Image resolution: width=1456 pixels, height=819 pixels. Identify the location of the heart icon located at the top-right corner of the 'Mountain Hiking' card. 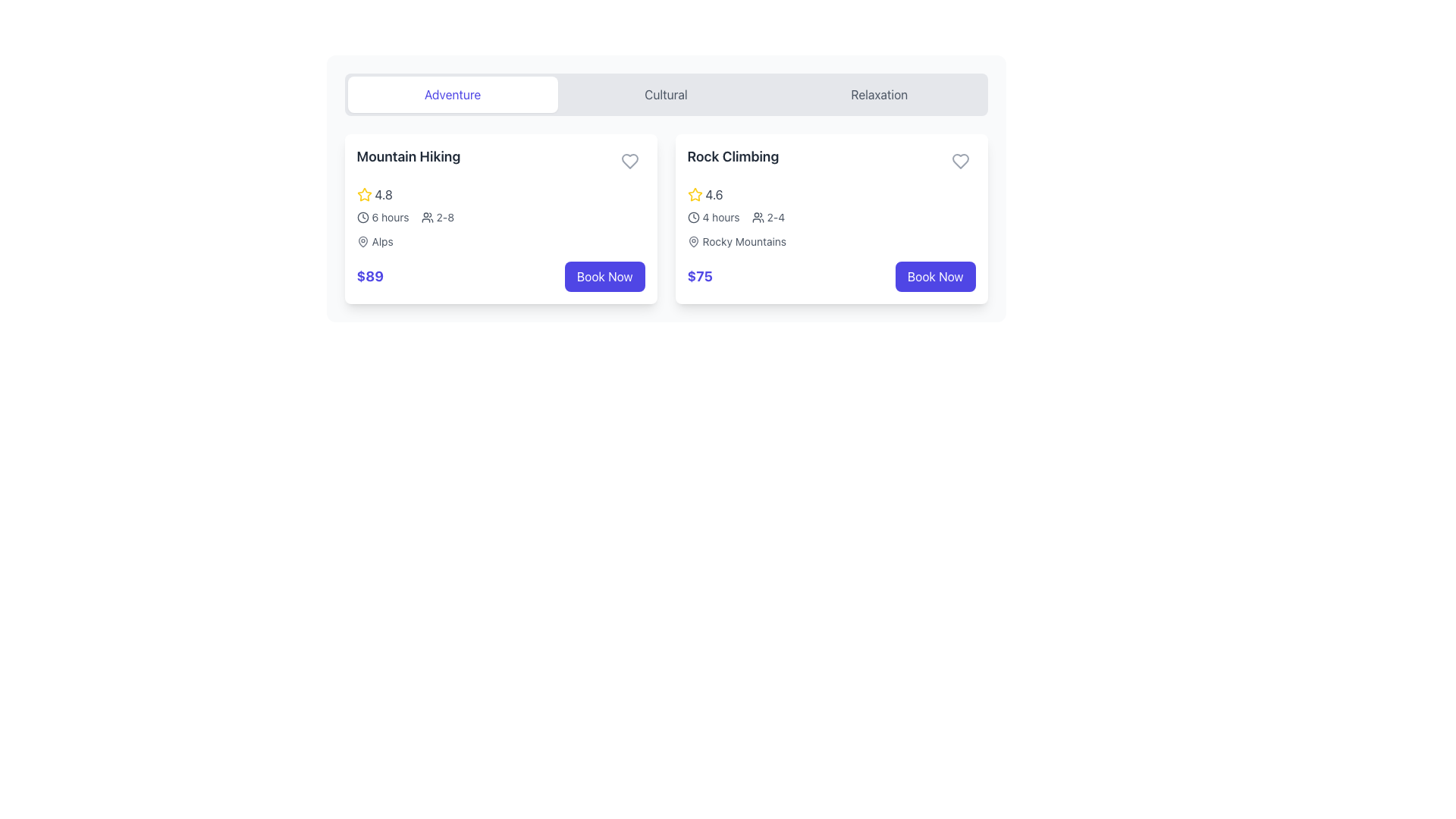
(629, 161).